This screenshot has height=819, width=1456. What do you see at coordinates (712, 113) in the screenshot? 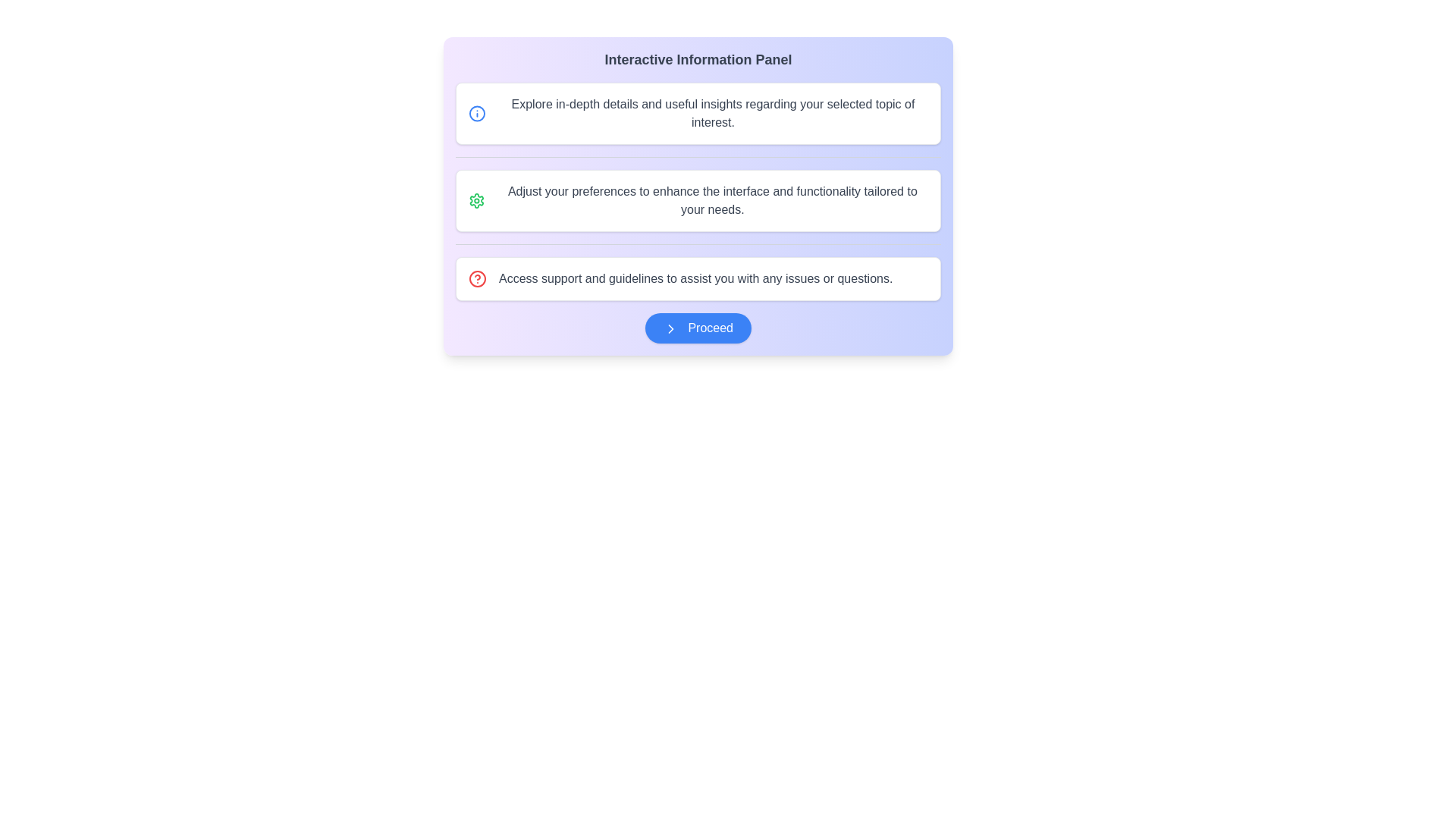
I see `descriptive text located to the right of the informational icon at the top of the 'Interactive Information Panel' section` at bounding box center [712, 113].